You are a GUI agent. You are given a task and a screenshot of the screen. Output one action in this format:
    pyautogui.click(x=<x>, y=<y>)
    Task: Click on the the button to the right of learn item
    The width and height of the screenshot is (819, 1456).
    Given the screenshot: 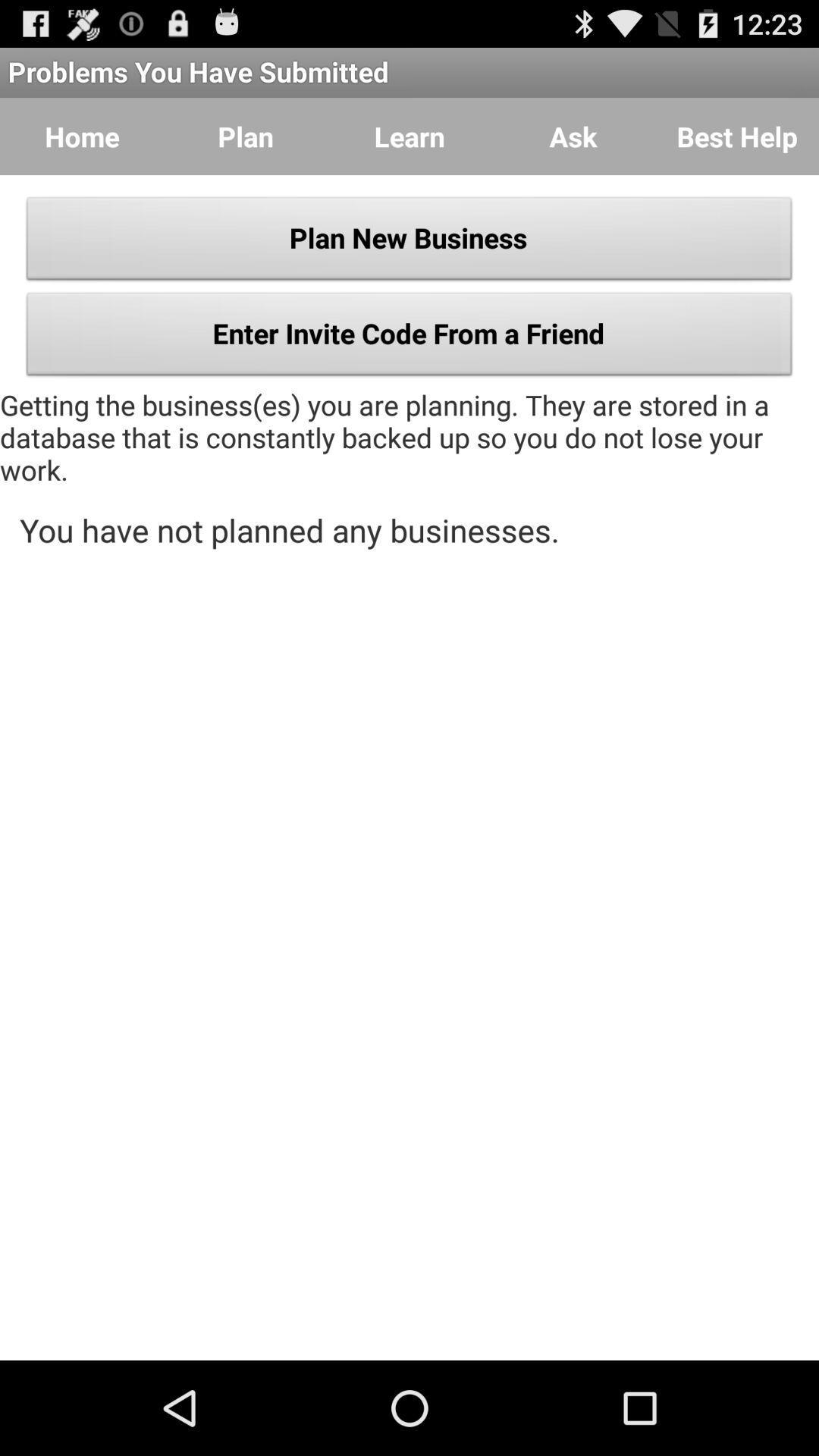 What is the action you would take?
    pyautogui.click(x=573, y=136)
    